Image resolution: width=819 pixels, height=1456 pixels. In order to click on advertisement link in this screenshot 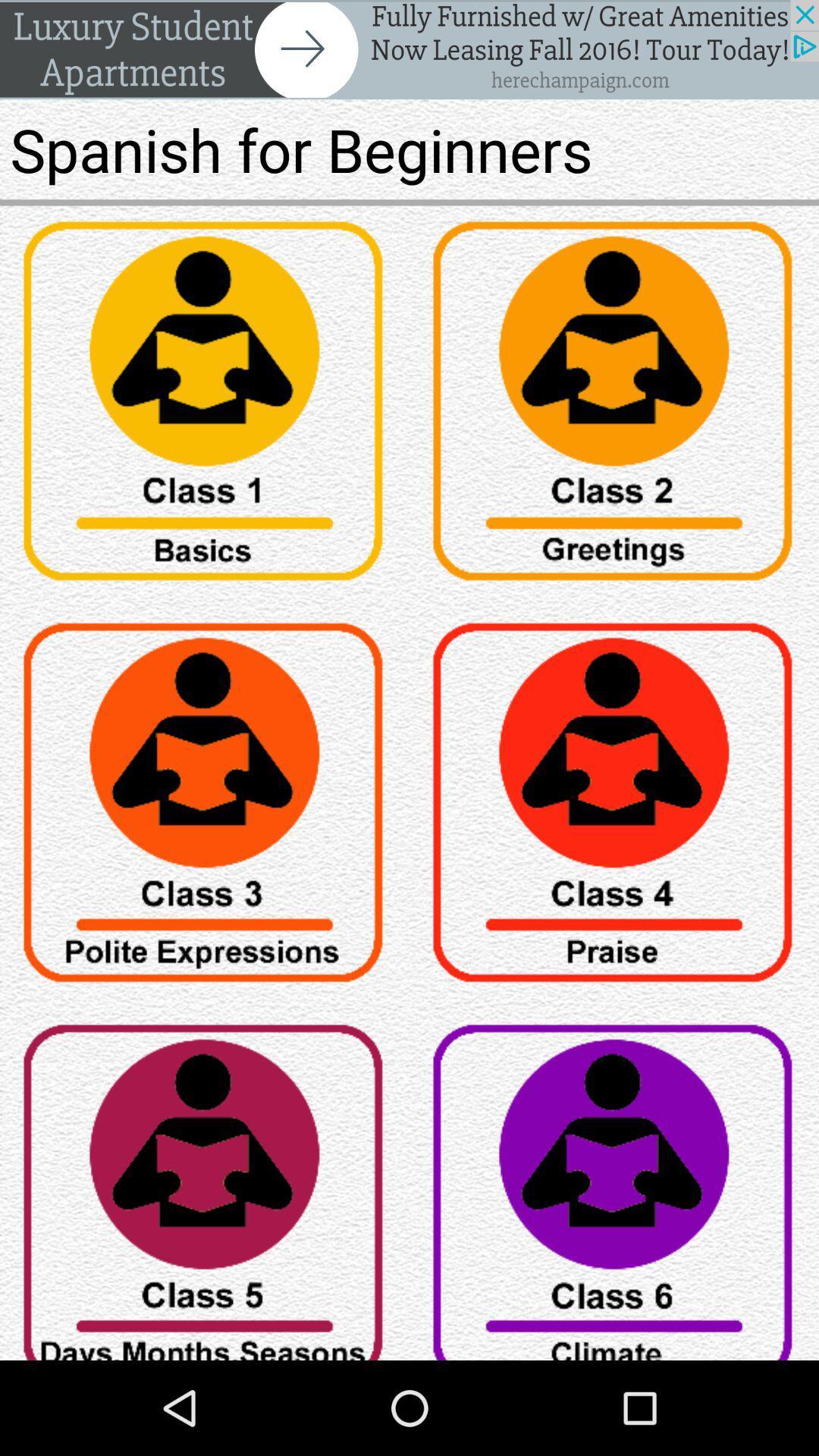, I will do `click(409, 49)`.